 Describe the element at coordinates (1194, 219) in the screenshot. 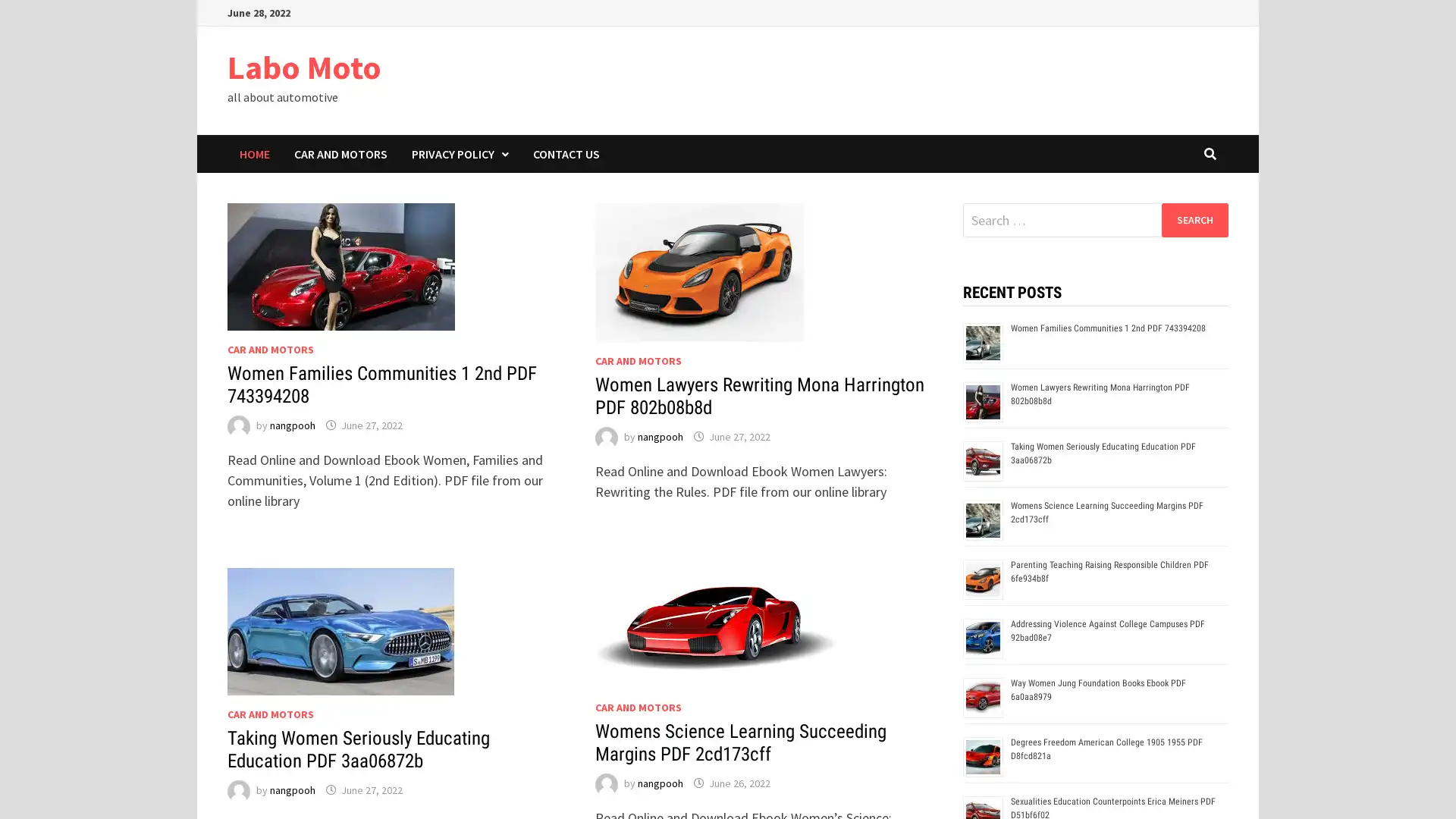

I see `Search` at that location.